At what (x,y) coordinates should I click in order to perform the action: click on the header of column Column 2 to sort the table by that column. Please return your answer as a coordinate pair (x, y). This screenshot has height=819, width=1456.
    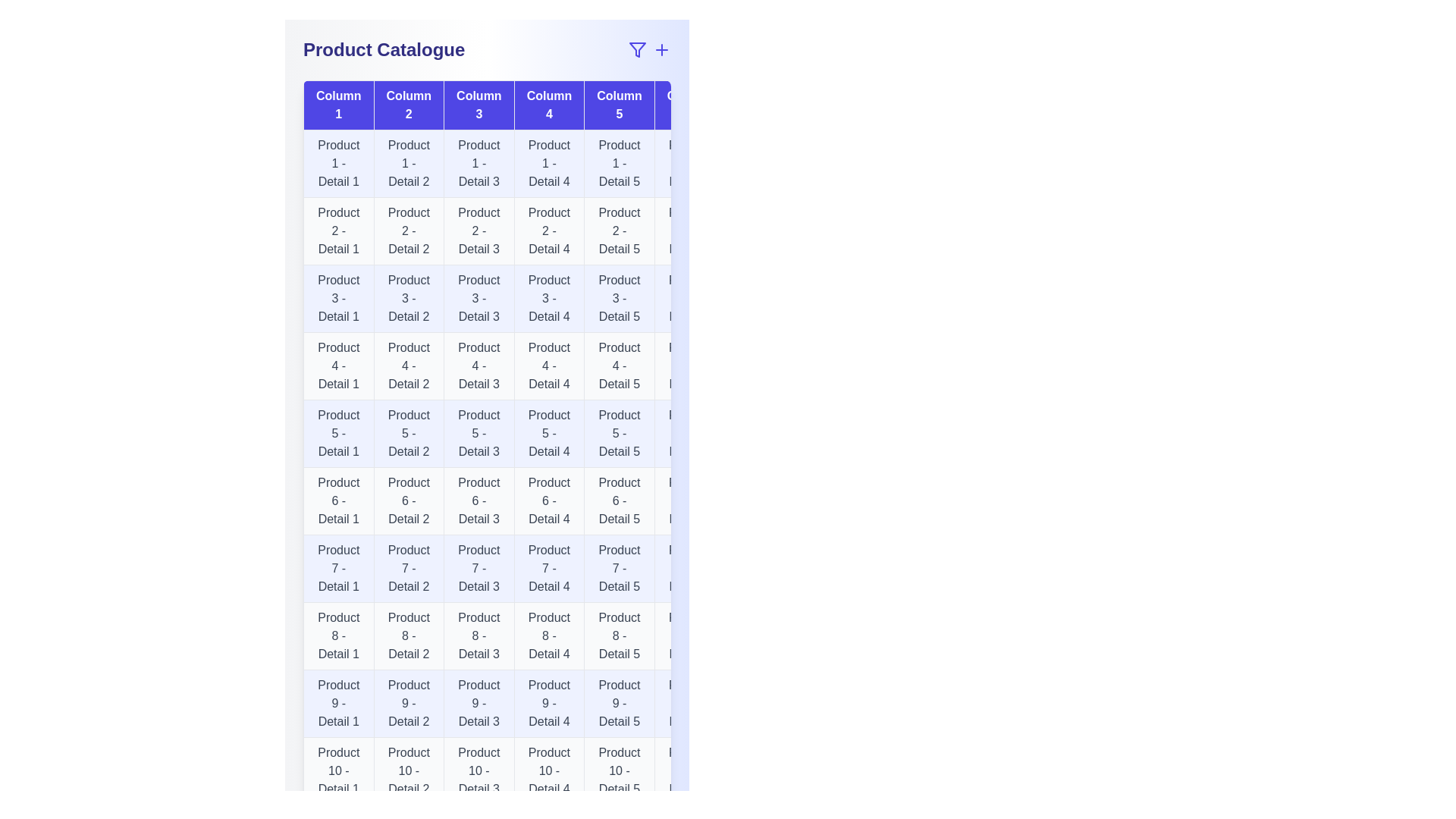
    Looking at the image, I should click on (409, 104).